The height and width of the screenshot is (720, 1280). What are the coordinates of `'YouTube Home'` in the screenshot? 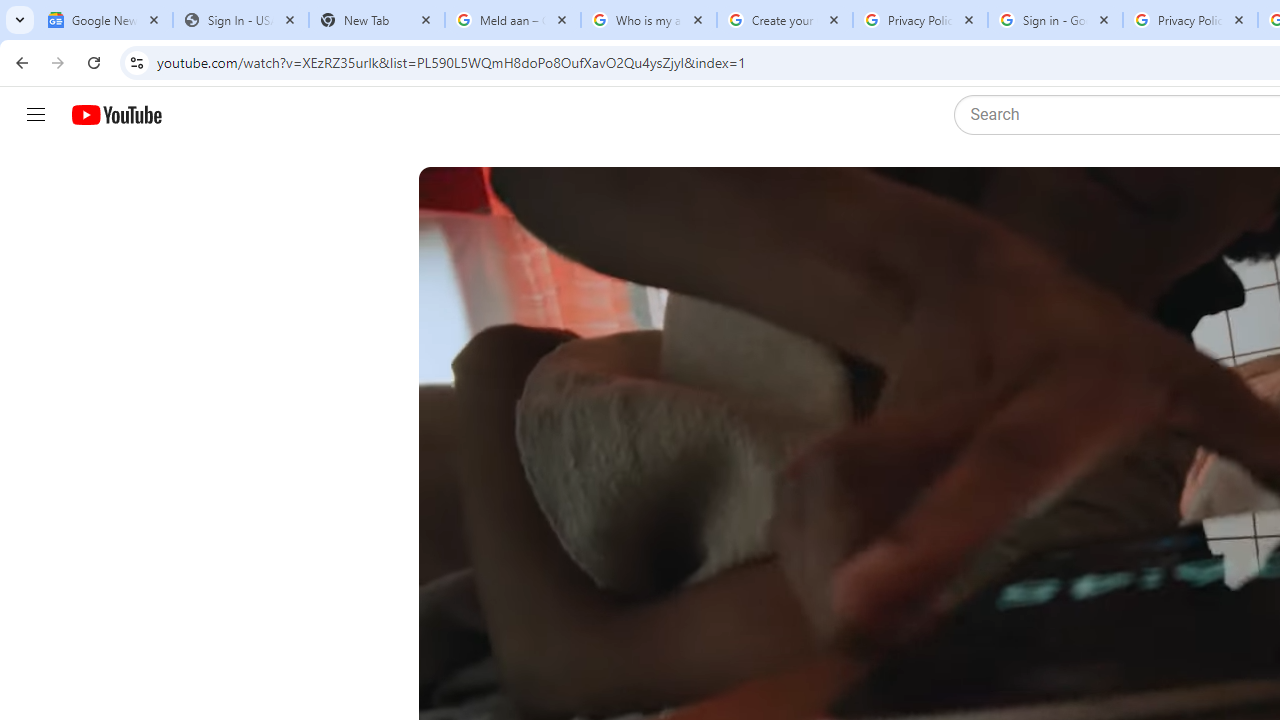 It's located at (115, 115).